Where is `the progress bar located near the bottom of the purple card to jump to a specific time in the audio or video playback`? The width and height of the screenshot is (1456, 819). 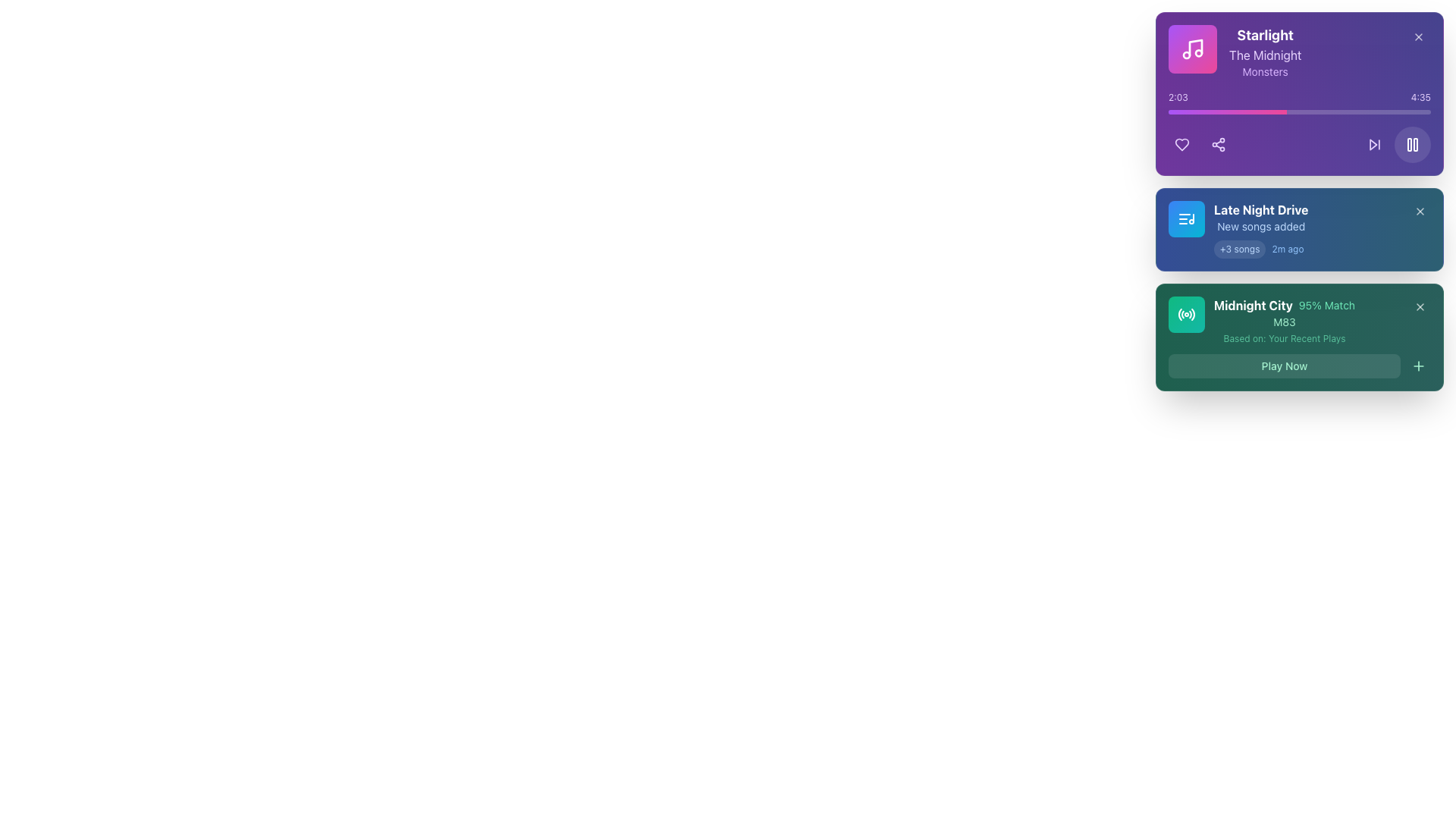 the progress bar located near the bottom of the purple card to jump to a specific time in the audio or video playback is located at coordinates (1298, 102).